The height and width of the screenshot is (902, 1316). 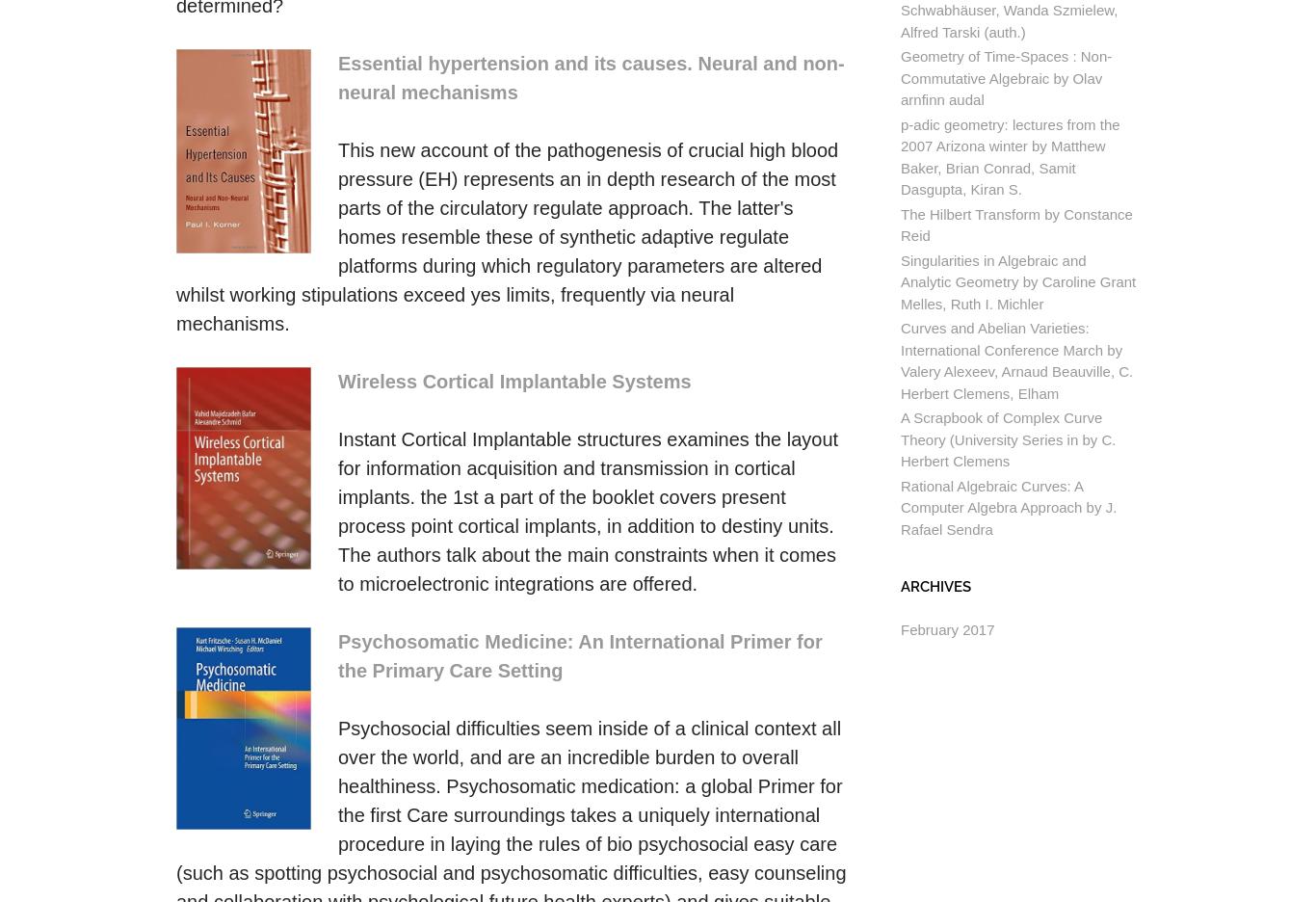 I want to click on 'p-adic geometry: lectures from the 2007 Arizona winter by Matthew Baker, Brian Conrad, Samit Dasgupta, Kiran S.', so click(x=1009, y=155).